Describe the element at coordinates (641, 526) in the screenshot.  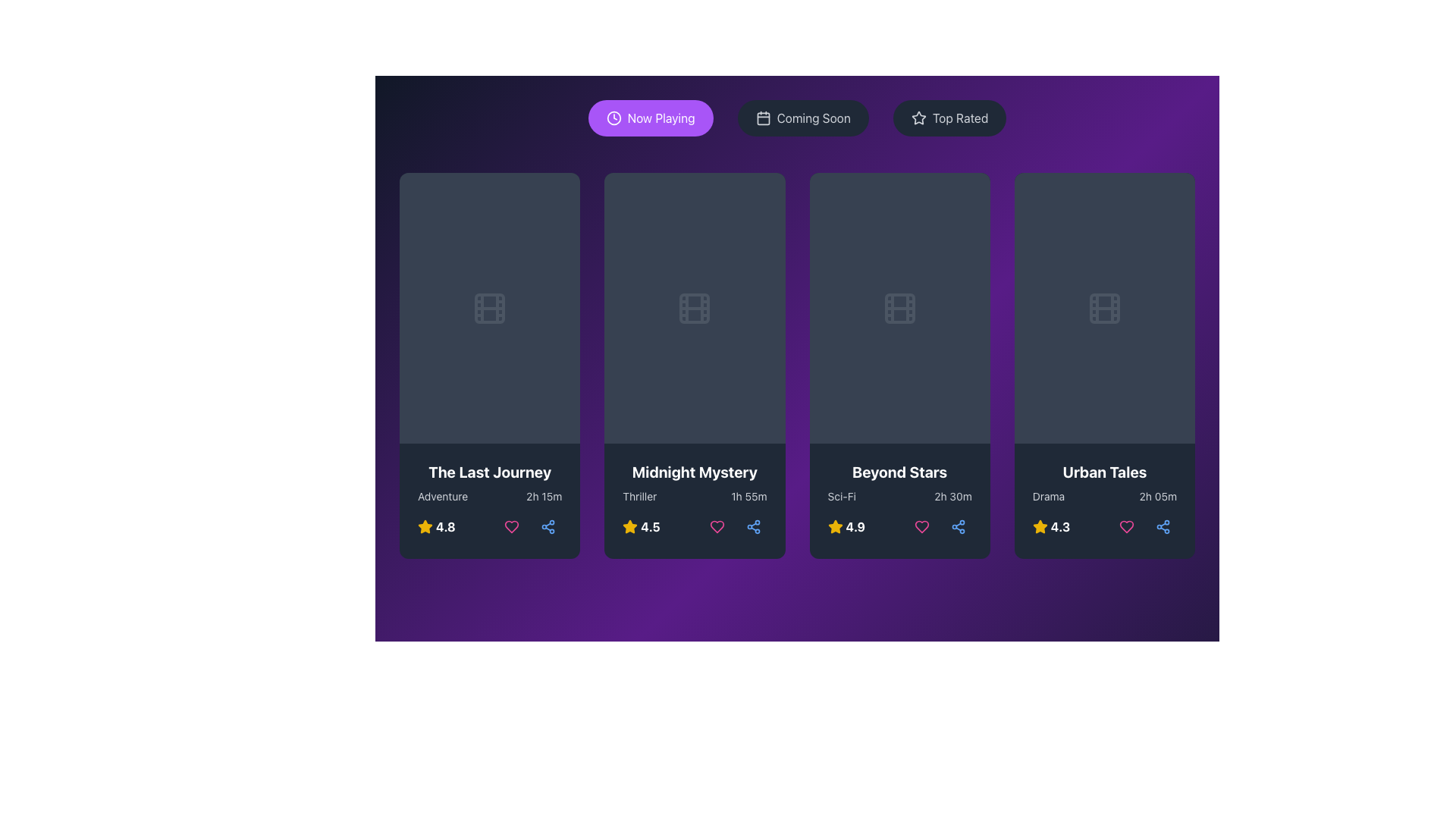
I see `text element displaying the value '4.5' prominently in bold font, located within the 'Midnight Mystery' card next to the yellow star icon` at that location.